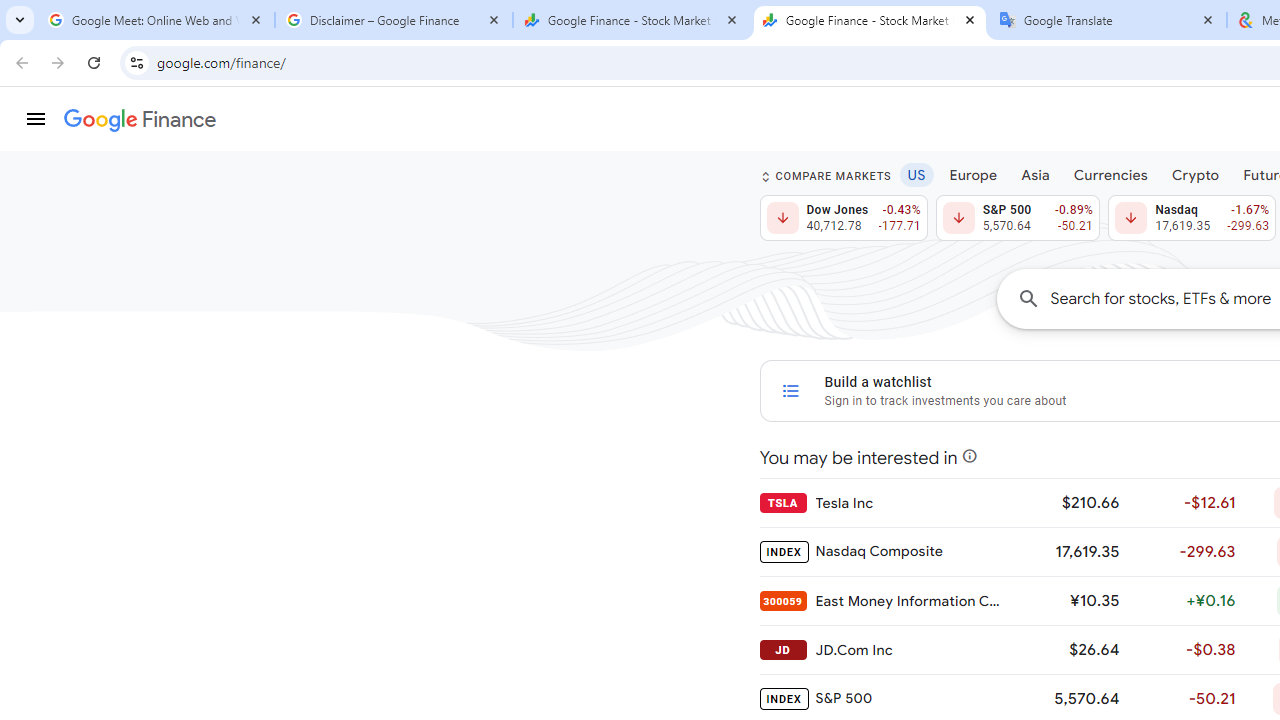  I want to click on 'COMPARE MARKETS', so click(825, 175).